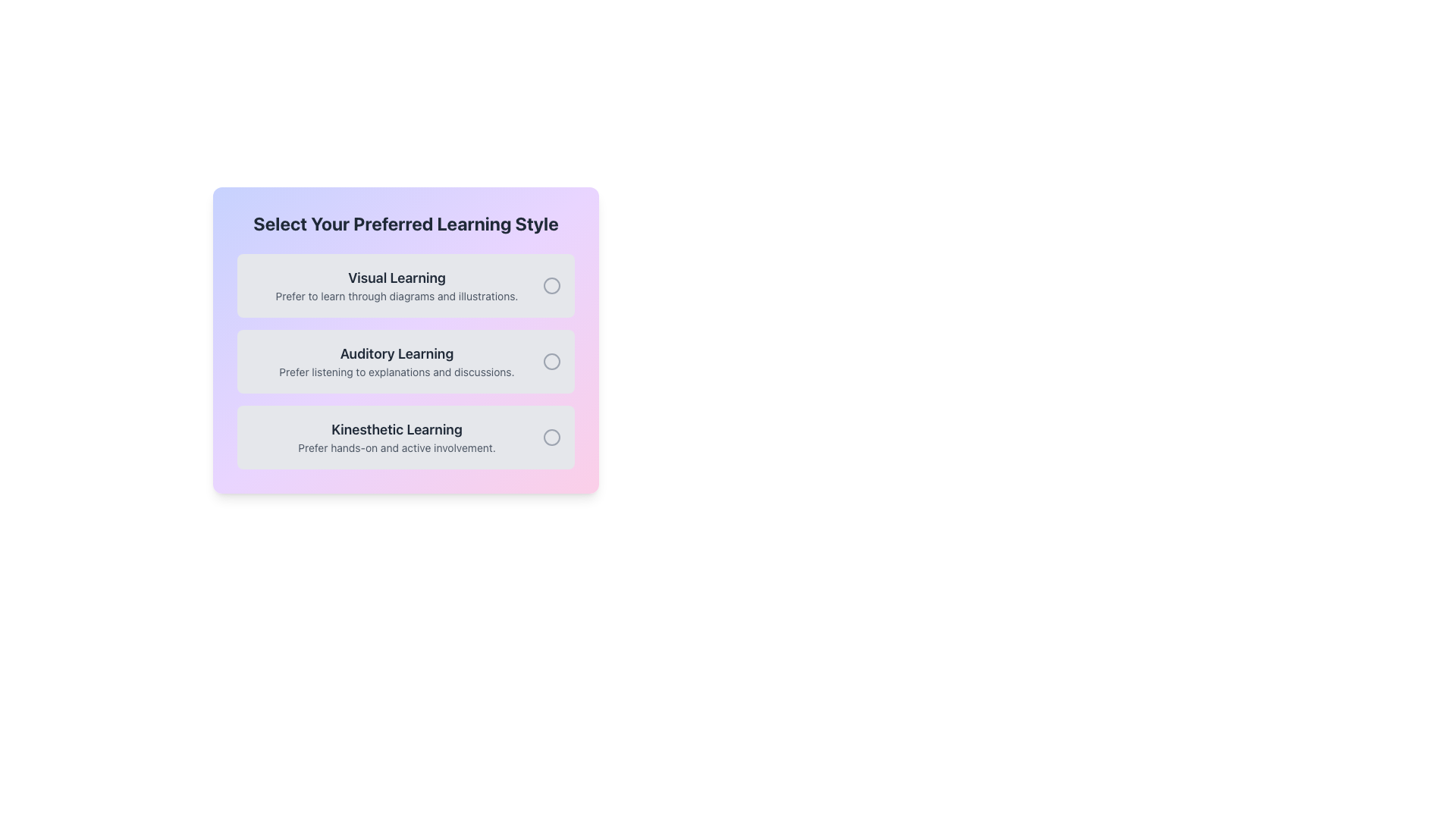 The height and width of the screenshot is (819, 1456). What do you see at coordinates (397, 430) in the screenshot?
I see `the text label reading 'Kinesthetic Learning', which is styled in a larger, bold font and positioned centrally in the list of learning styles` at bounding box center [397, 430].